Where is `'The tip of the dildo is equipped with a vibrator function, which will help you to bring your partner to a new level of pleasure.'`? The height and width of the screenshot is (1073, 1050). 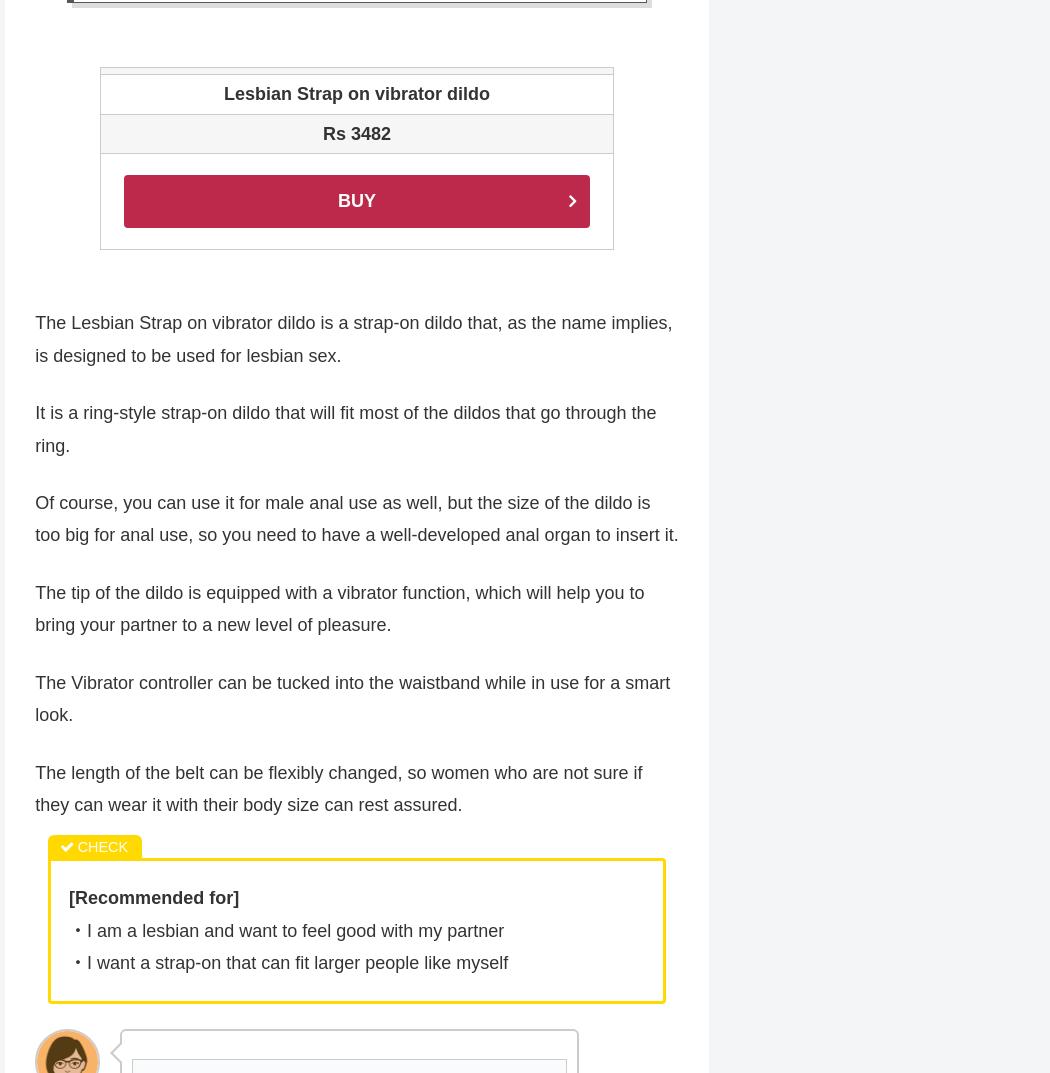
'The tip of the dildo is equipped with a vibrator function, which will help you to bring your partner to a new level of pleasure.' is located at coordinates (338, 609).